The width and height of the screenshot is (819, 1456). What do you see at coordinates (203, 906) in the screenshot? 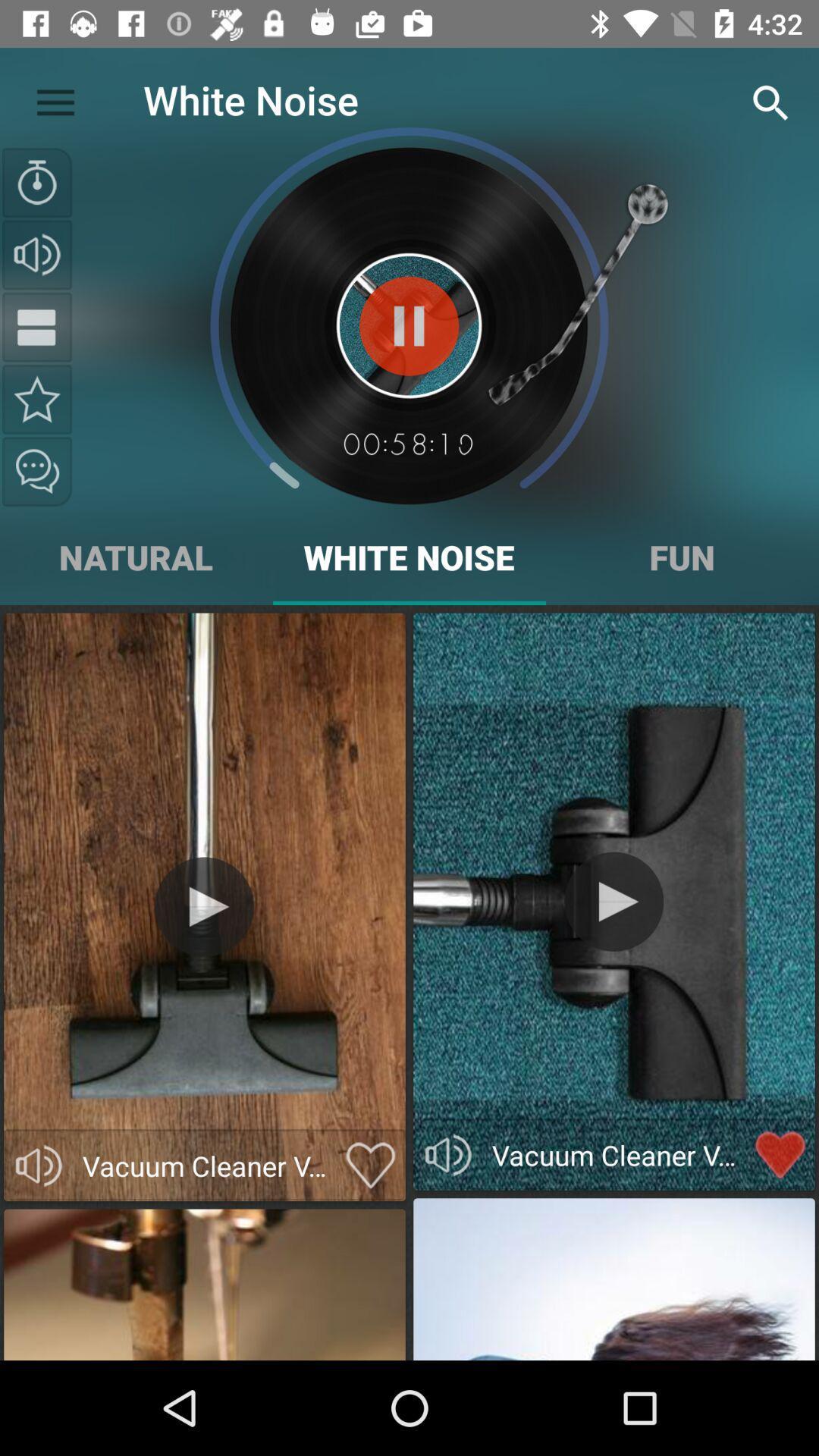
I see `video` at bounding box center [203, 906].